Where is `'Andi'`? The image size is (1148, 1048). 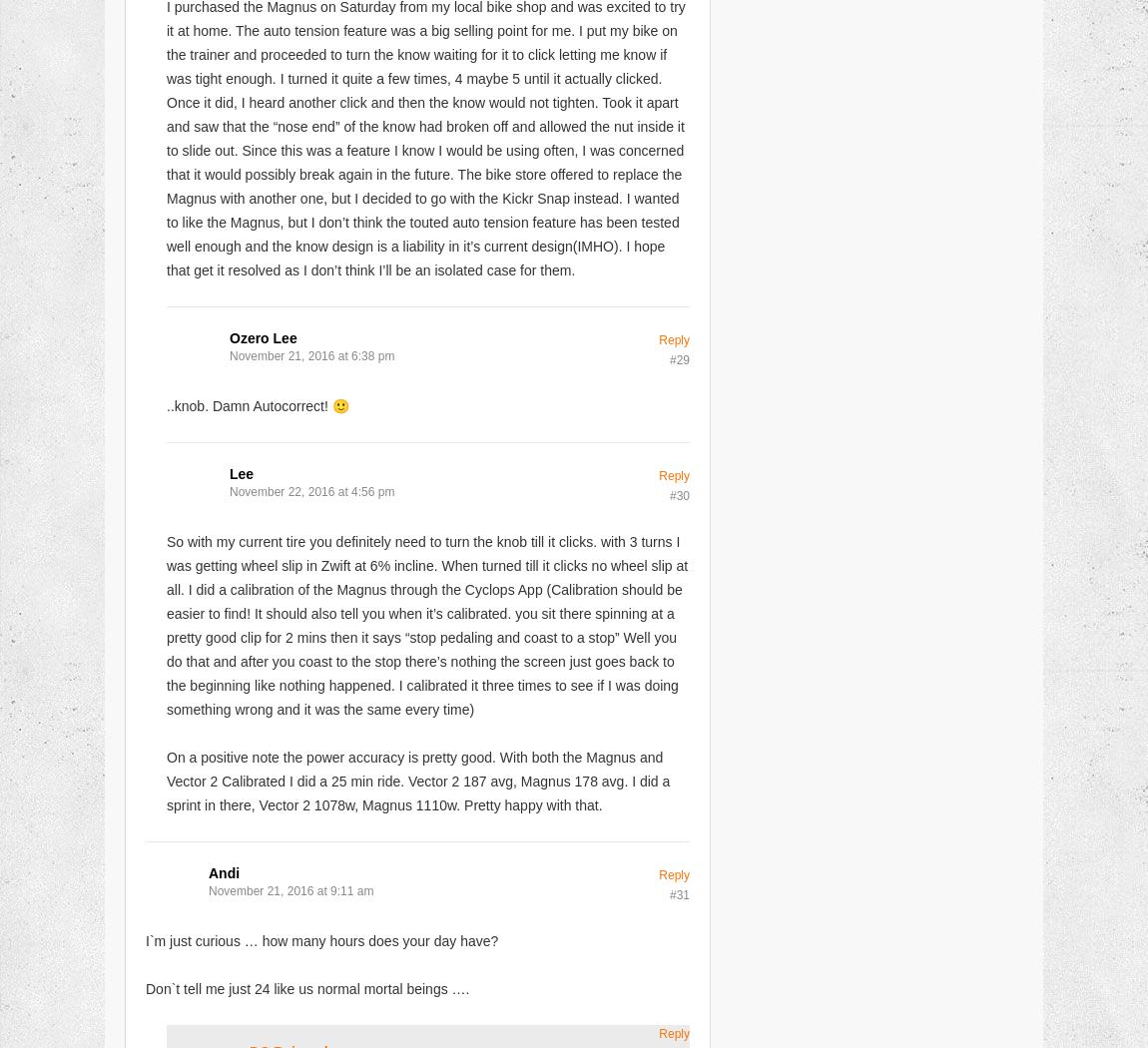
'Andi' is located at coordinates (223, 871).